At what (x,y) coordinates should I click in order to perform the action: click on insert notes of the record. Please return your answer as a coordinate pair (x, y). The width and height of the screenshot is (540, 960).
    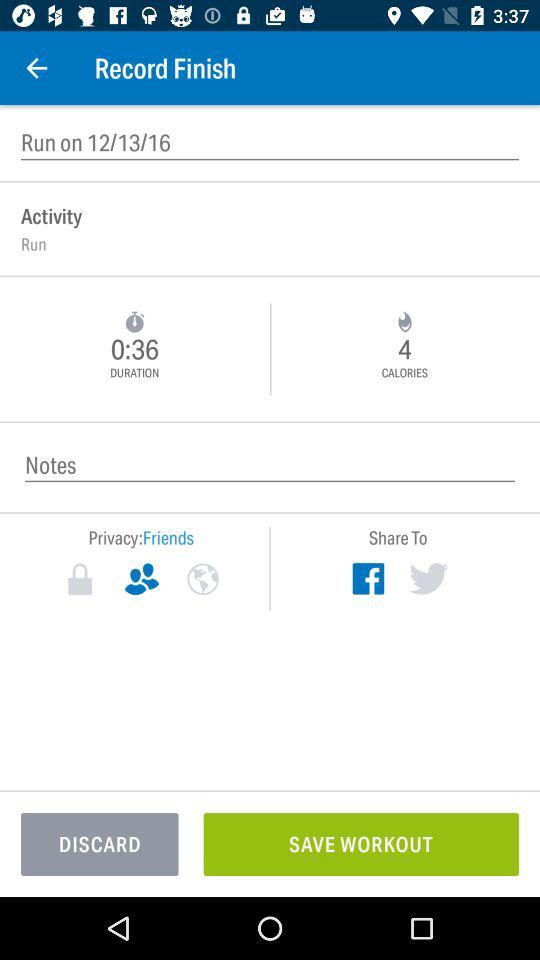
    Looking at the image, I should click on (270, 464).